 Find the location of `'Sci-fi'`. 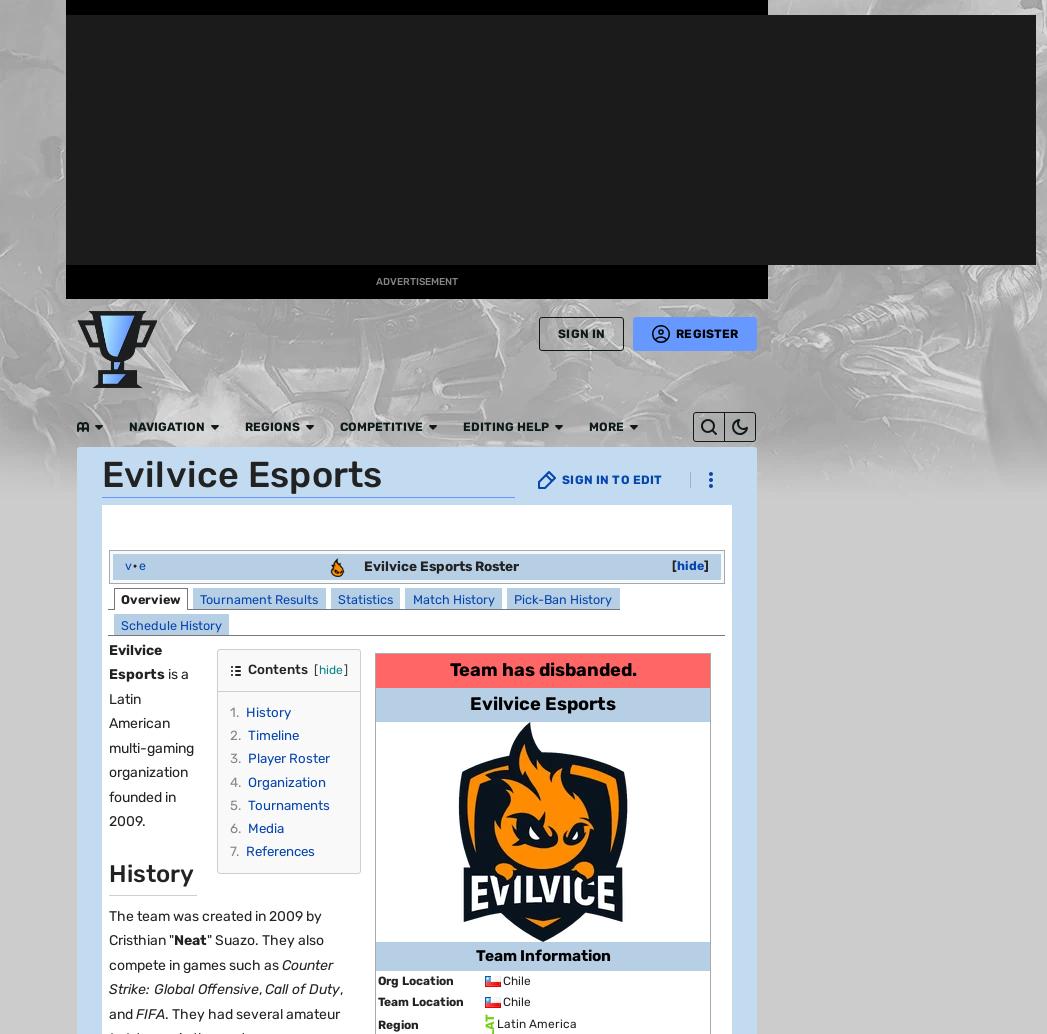

'Sci-fi' is located at coordinates (183, 223).